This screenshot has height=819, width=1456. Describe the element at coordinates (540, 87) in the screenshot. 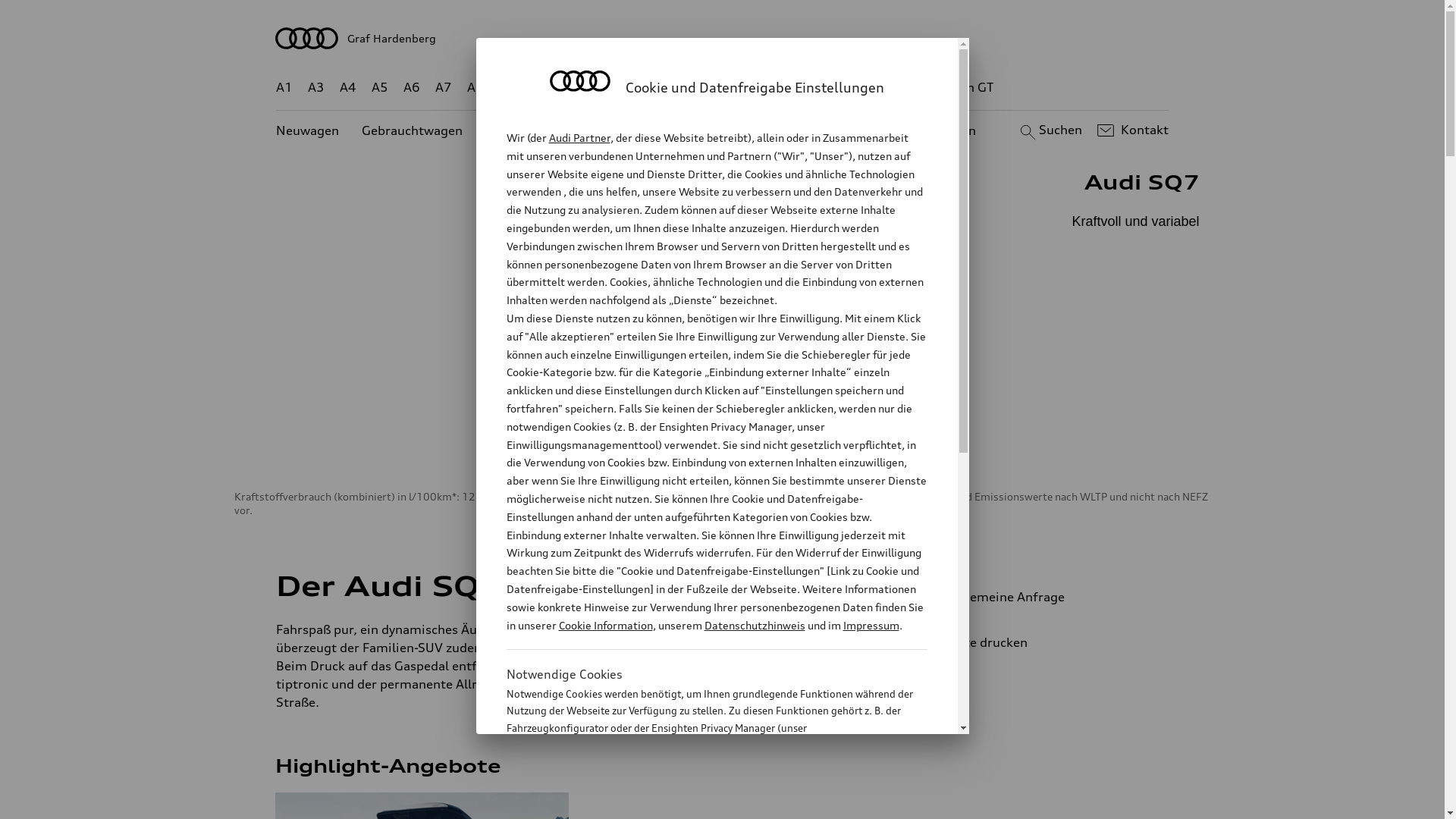

I see `'Q3'` at that location.